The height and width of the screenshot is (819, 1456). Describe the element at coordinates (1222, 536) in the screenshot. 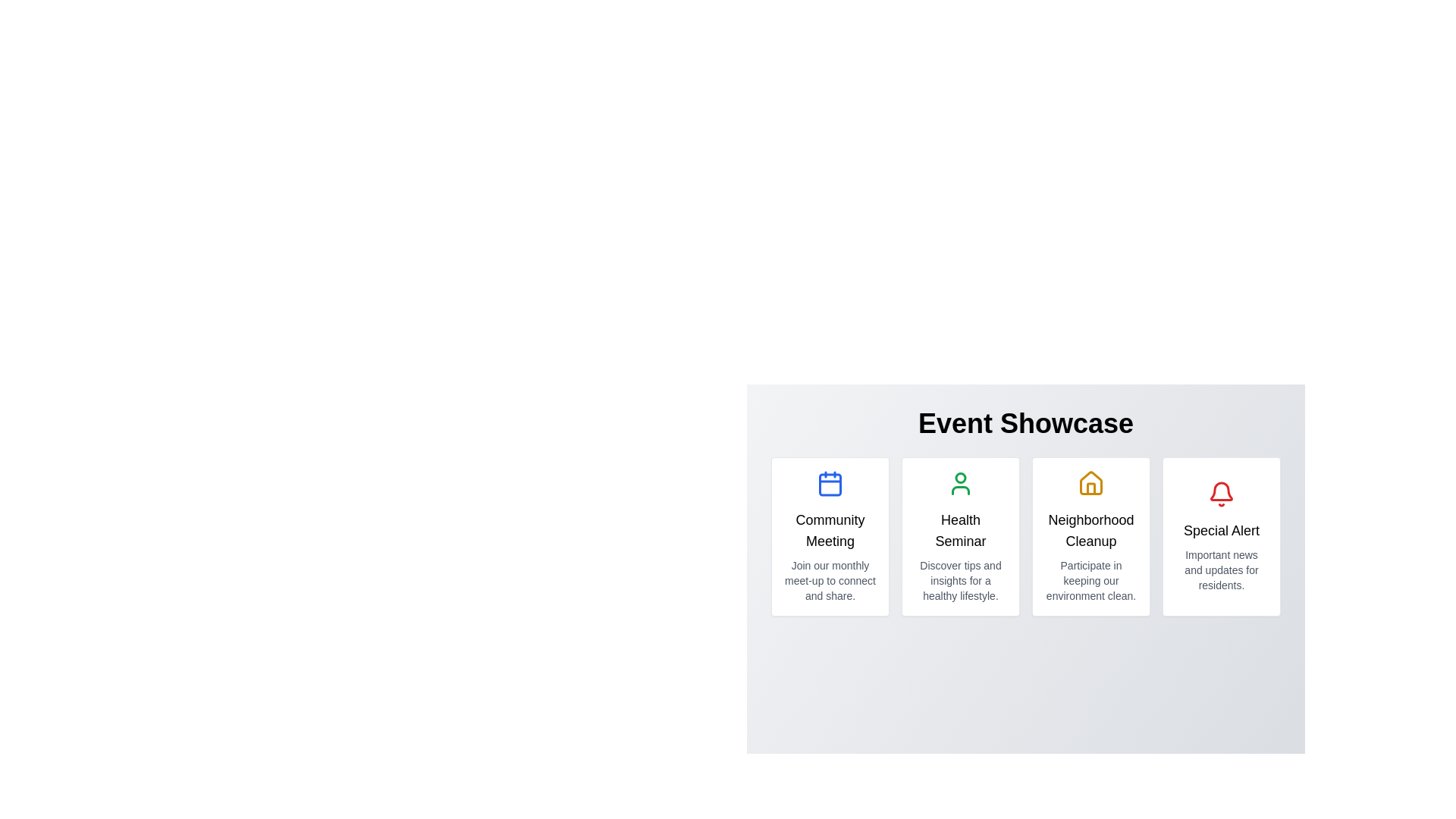

I see `the 'Special Alert' Card located in the bottom-right section of the showcase` at that location.